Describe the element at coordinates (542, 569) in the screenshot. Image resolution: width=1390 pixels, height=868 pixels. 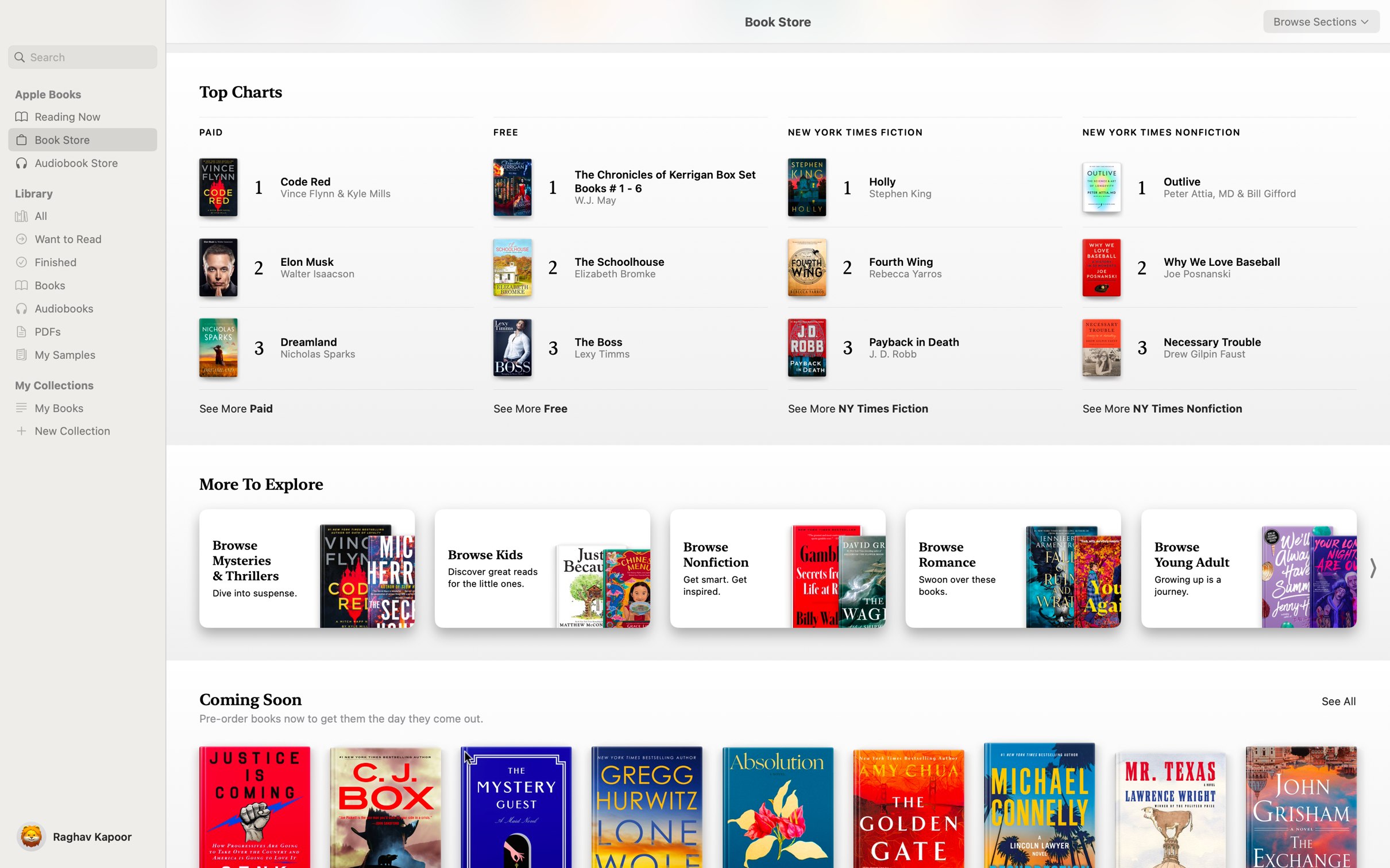
I see `Browse Kids books from "More to Explore" section` at that location.